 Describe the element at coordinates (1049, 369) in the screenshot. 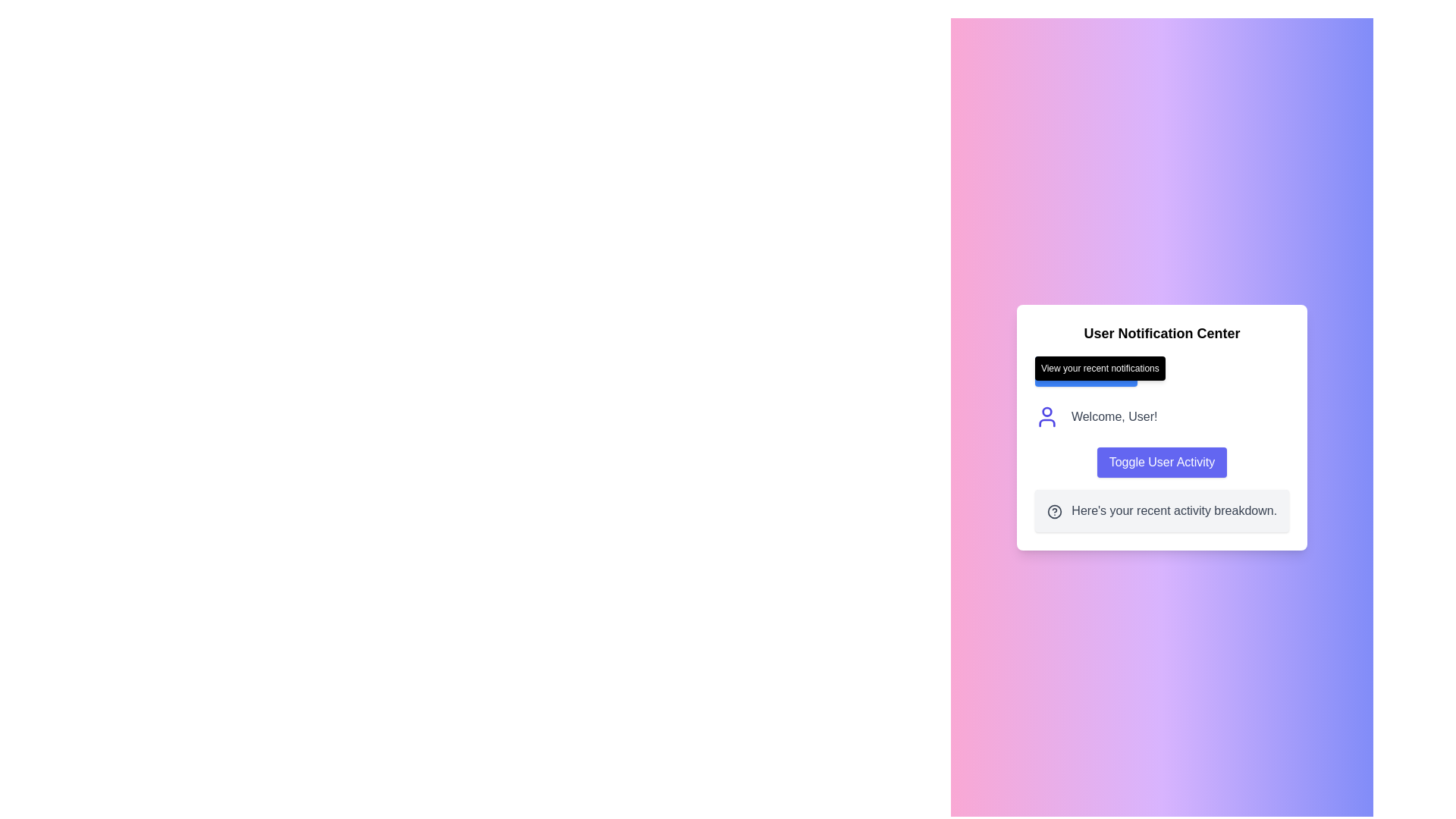

I see `the lower middle section of the bell-shaped icon representing notifications in the User Notification Center panel` at that location.